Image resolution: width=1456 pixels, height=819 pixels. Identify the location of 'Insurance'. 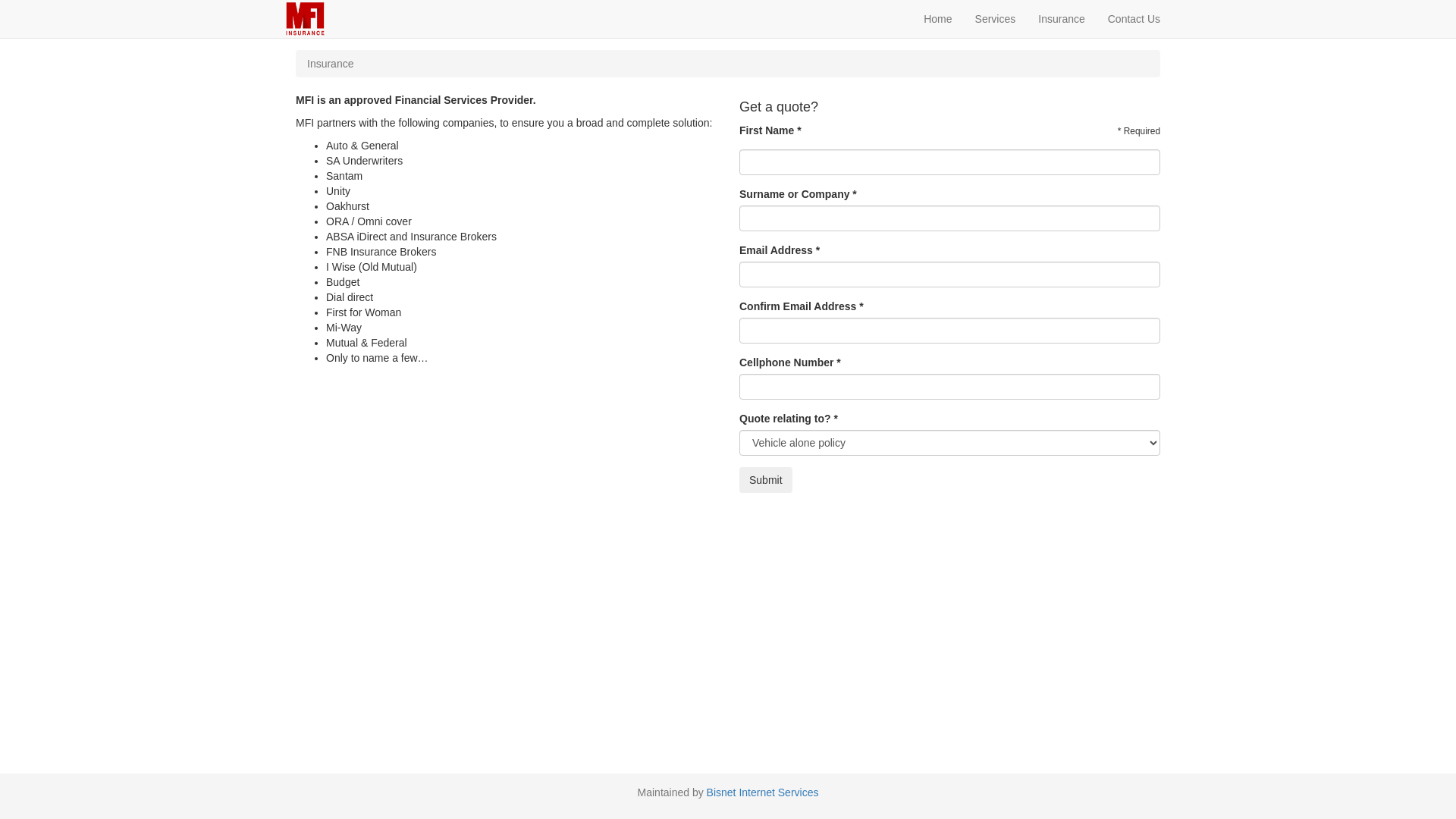
(1060, 18).